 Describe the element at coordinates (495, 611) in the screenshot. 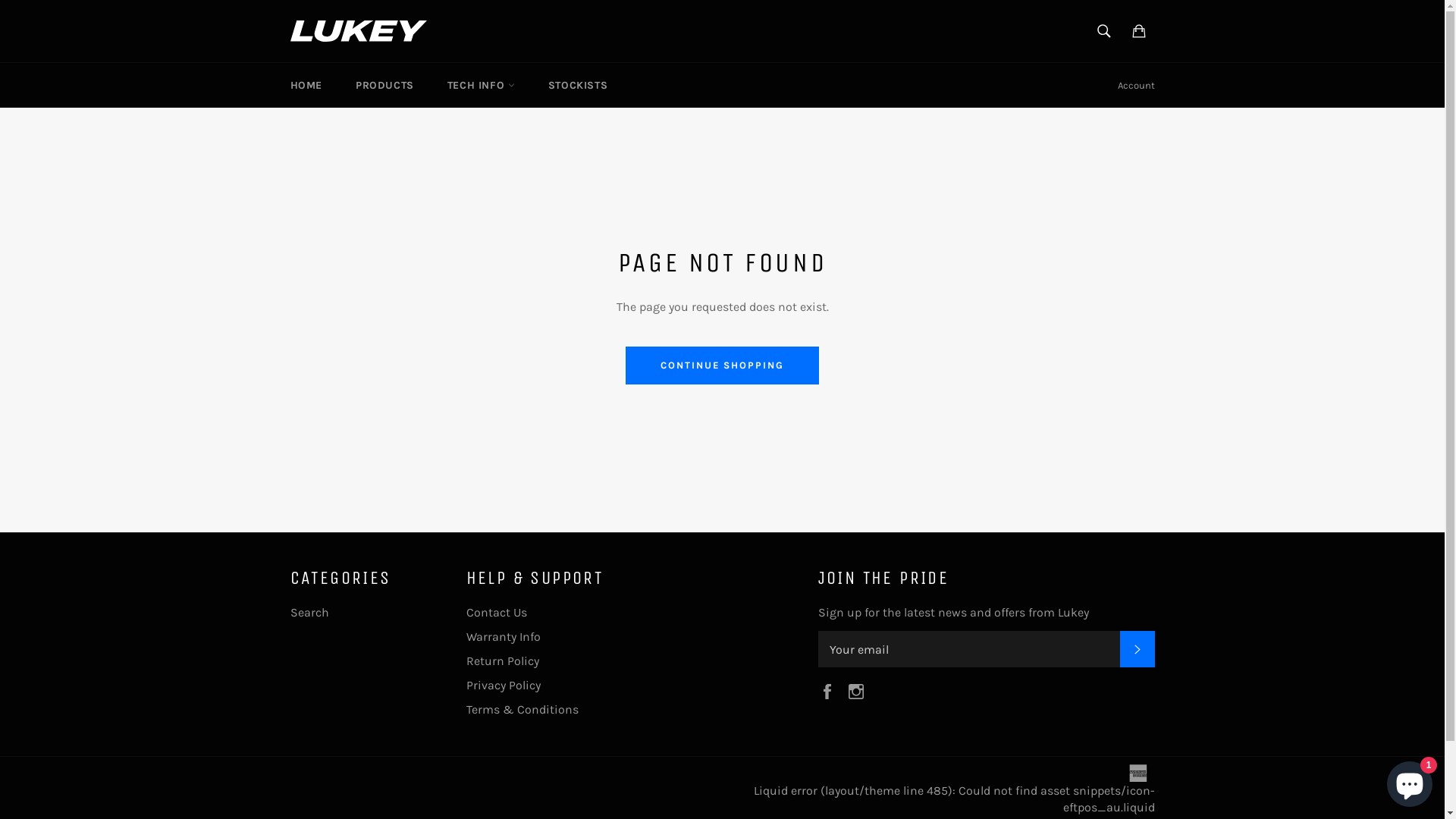

I see `'Contact Us'` at that location.